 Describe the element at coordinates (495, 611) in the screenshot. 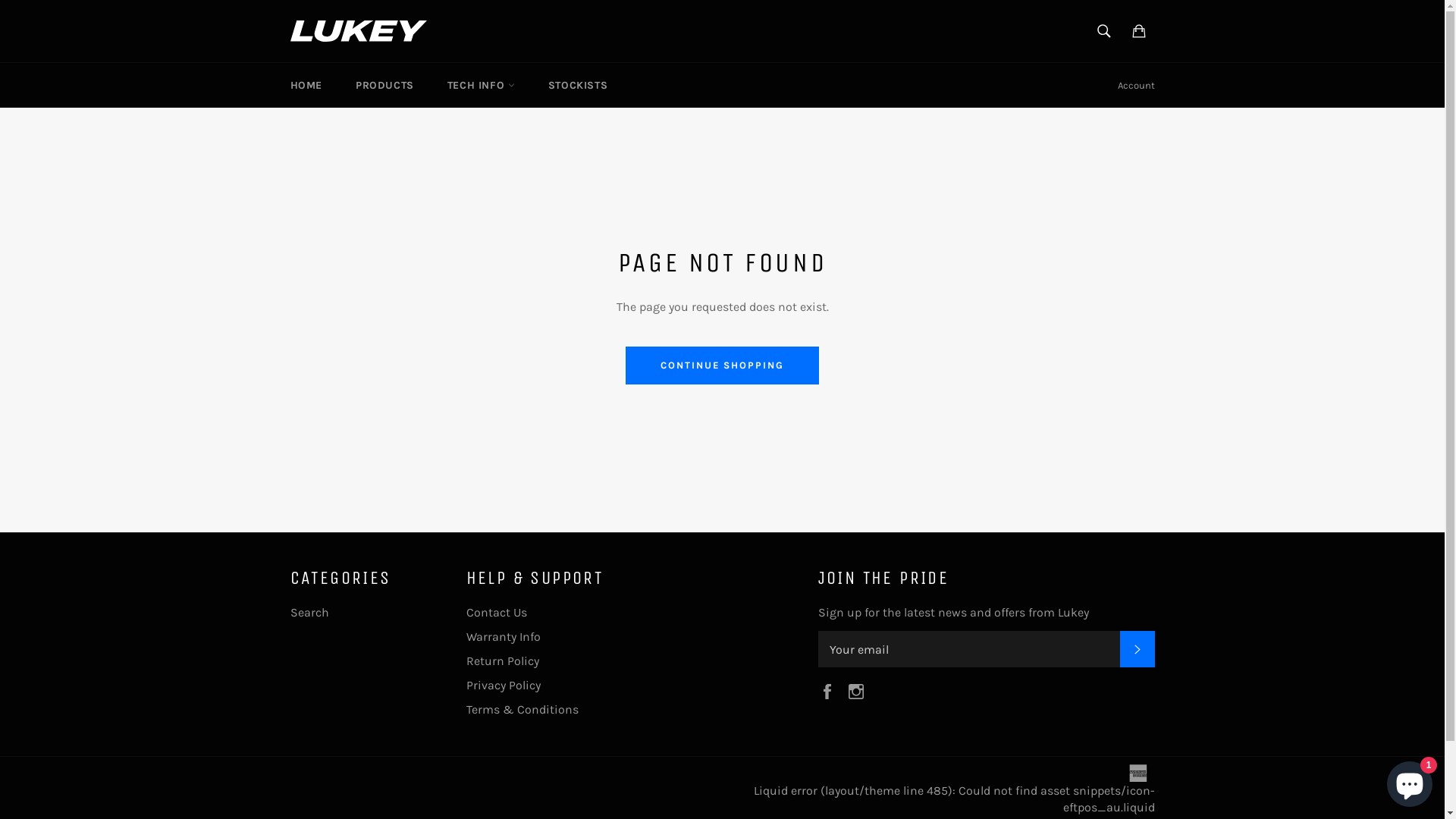

I see `'Contact Us'` at that location.